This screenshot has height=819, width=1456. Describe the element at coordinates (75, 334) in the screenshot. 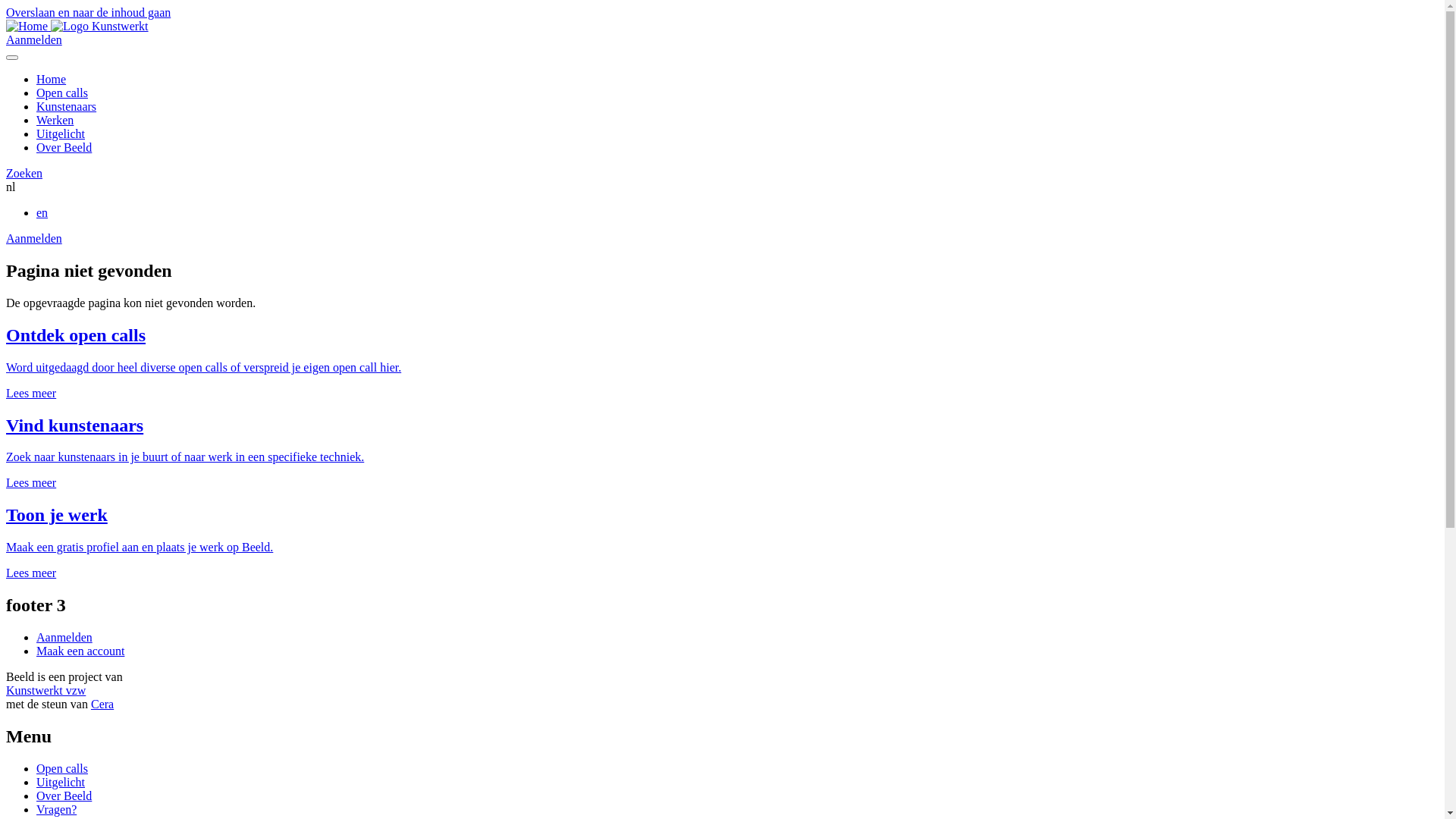

I see `'Ontdek open calls'` at that location.